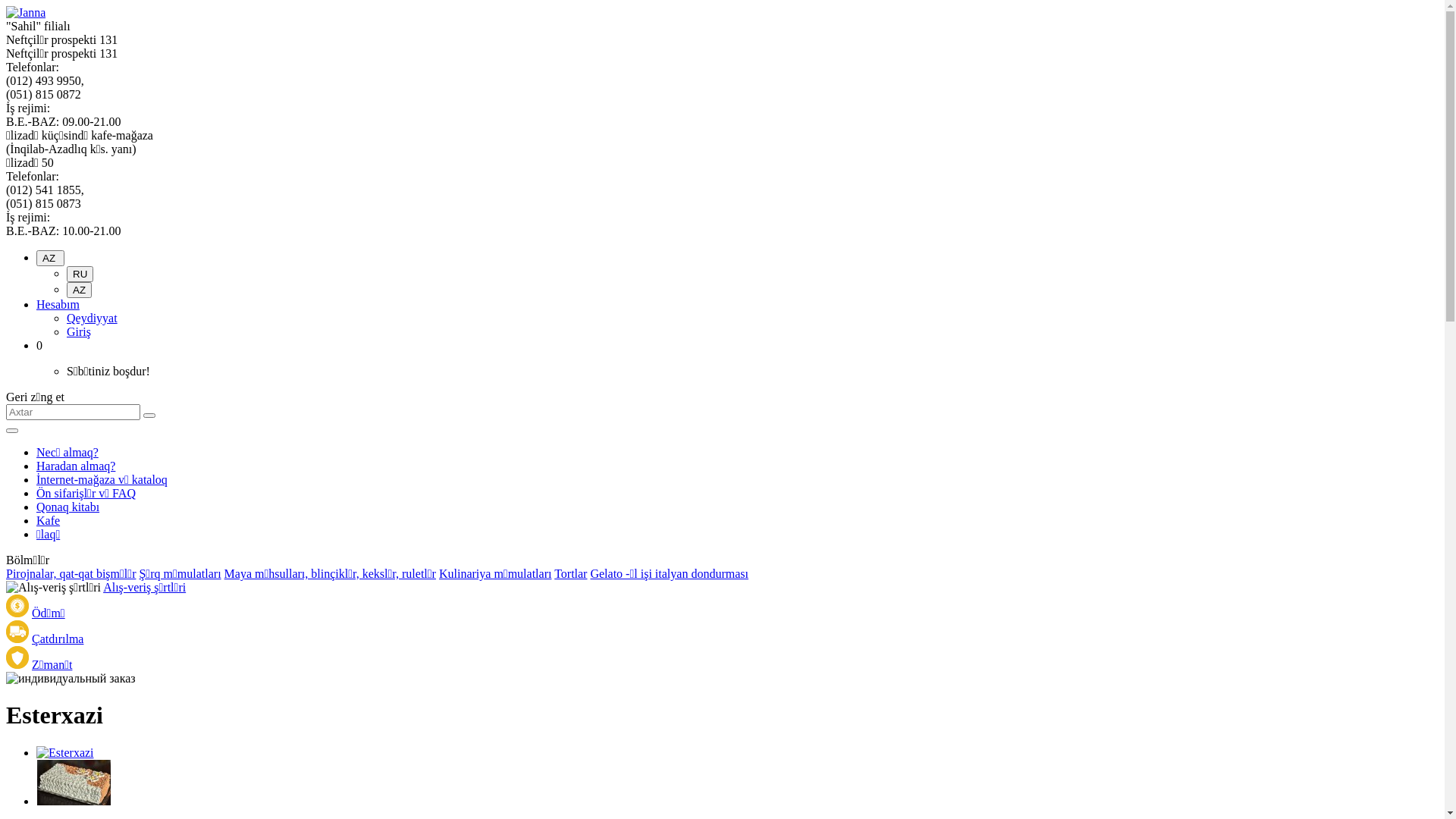 Image resolution: width=1456 pixels, height=819 pixels. I want to click on 'Janna', so click(25, 12).